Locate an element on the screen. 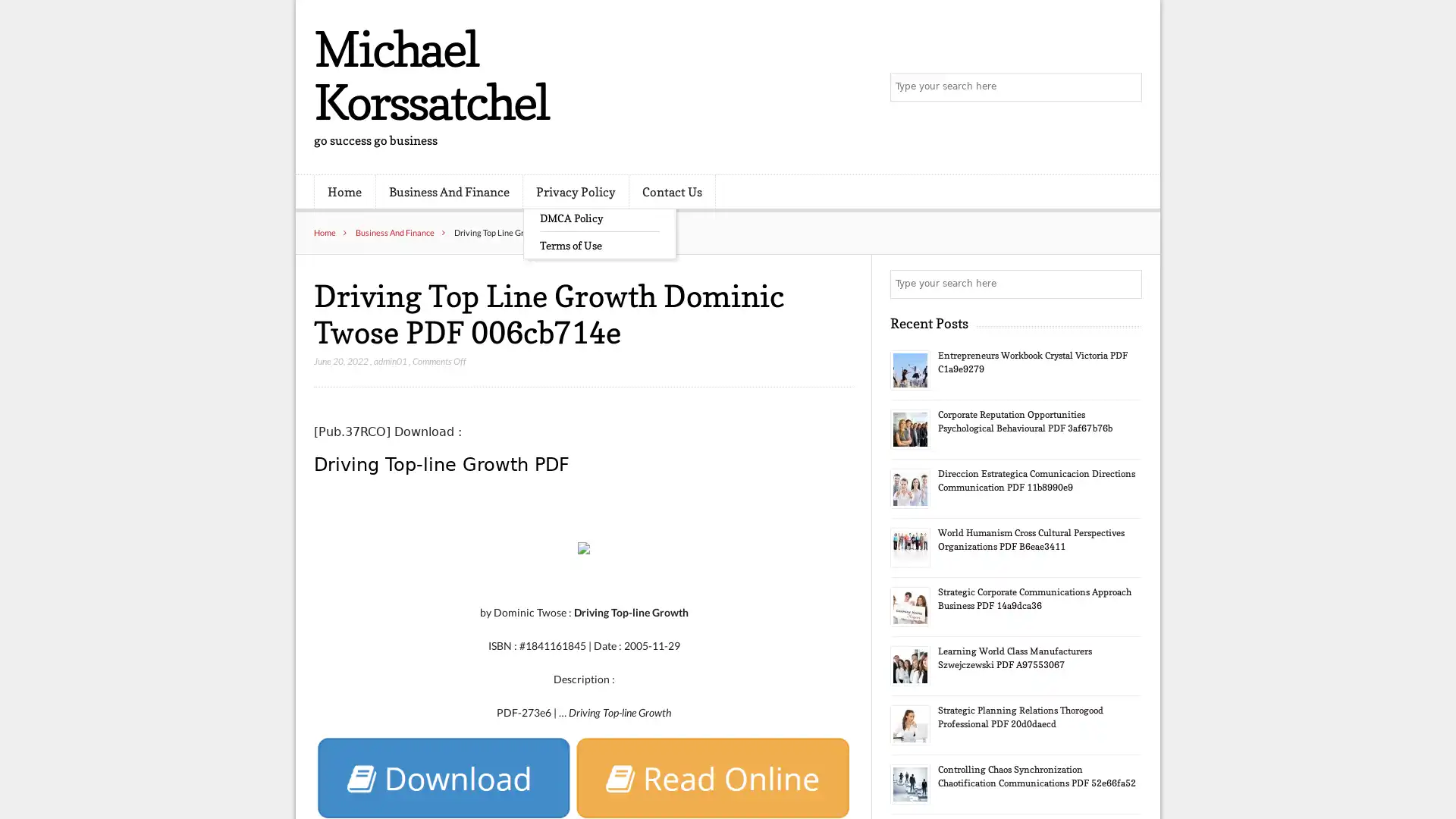 The width and height of the screenshot is (1456, 819). Search is located at coordinates (1126, 284).